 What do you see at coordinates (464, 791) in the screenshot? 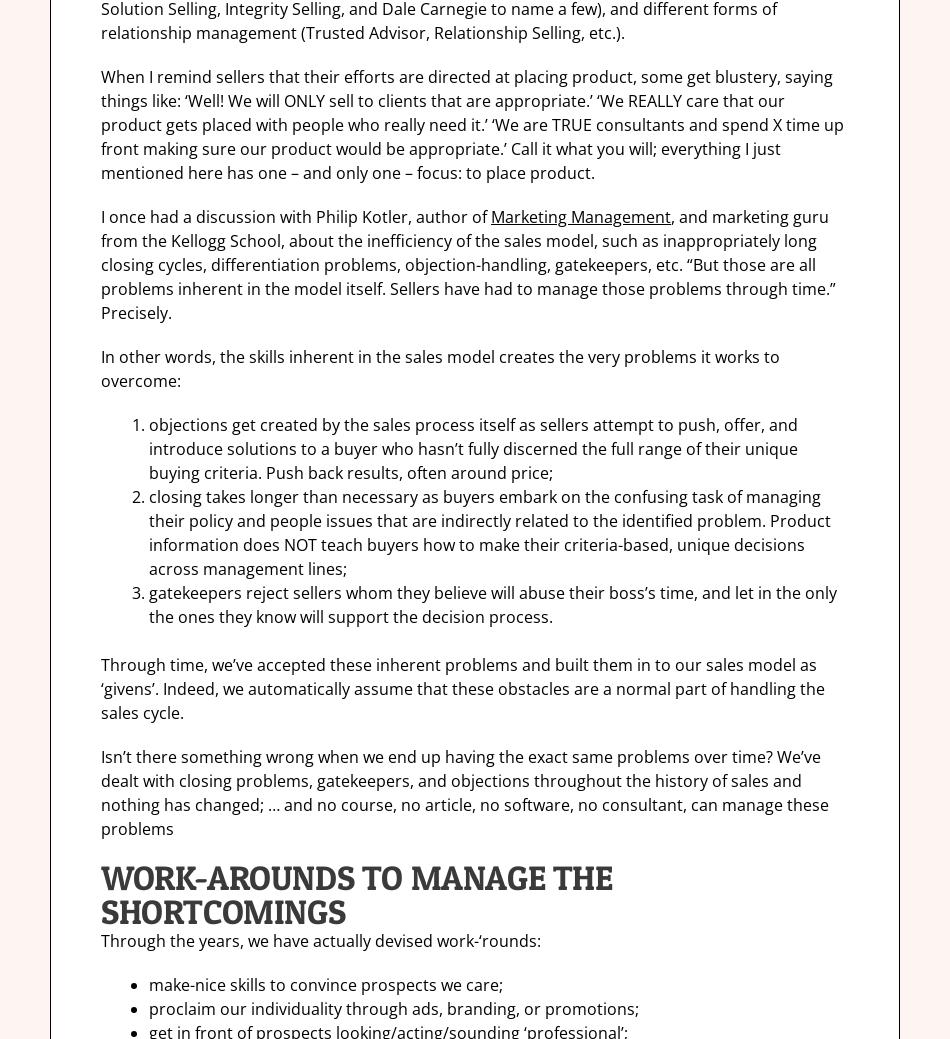
I see `'Isn’t there something wrong when we end up having the exact same problems over time? We’ve dealt with closing problems, gatekeepers, and objections throughout the history of sales and nothing has changed; … and no course, no article, no software, no consultant, can manage these problems'` at bounding box center [464, 791].